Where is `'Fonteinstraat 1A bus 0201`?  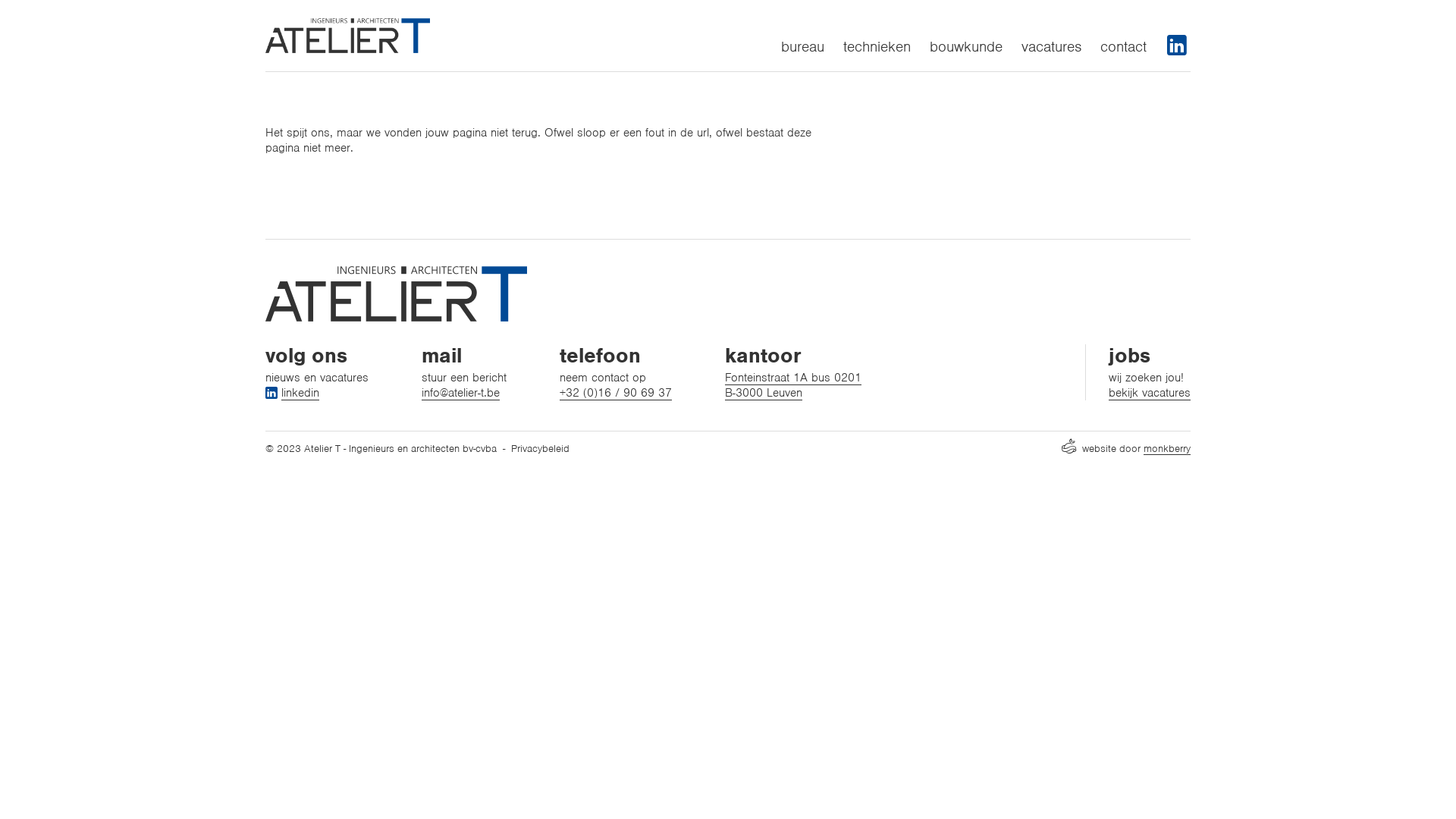
'Fonteinstraat 1A bus 0201 is located at coordinates (723, 384).